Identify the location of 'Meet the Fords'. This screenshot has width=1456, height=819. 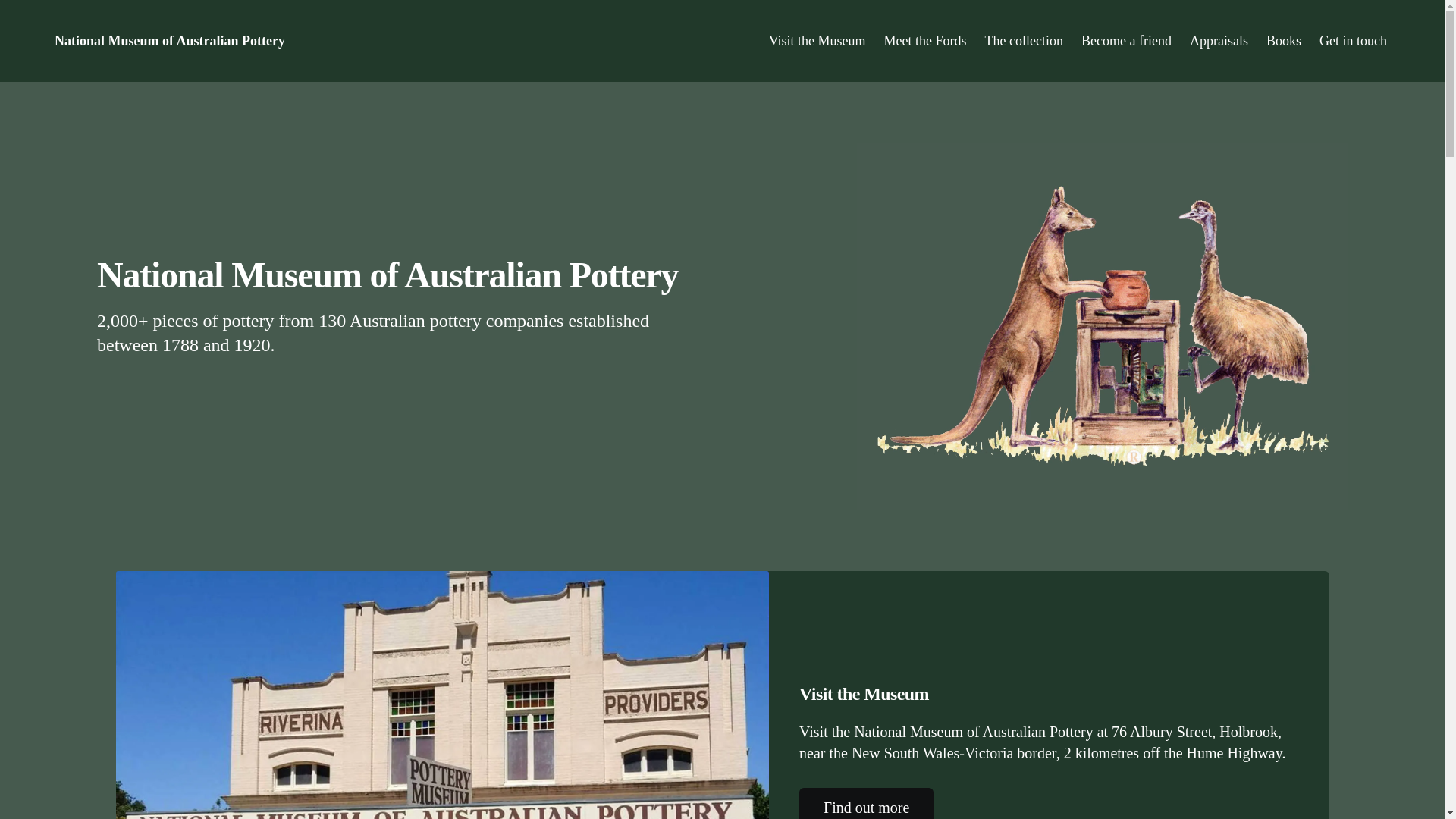
(924, 40).